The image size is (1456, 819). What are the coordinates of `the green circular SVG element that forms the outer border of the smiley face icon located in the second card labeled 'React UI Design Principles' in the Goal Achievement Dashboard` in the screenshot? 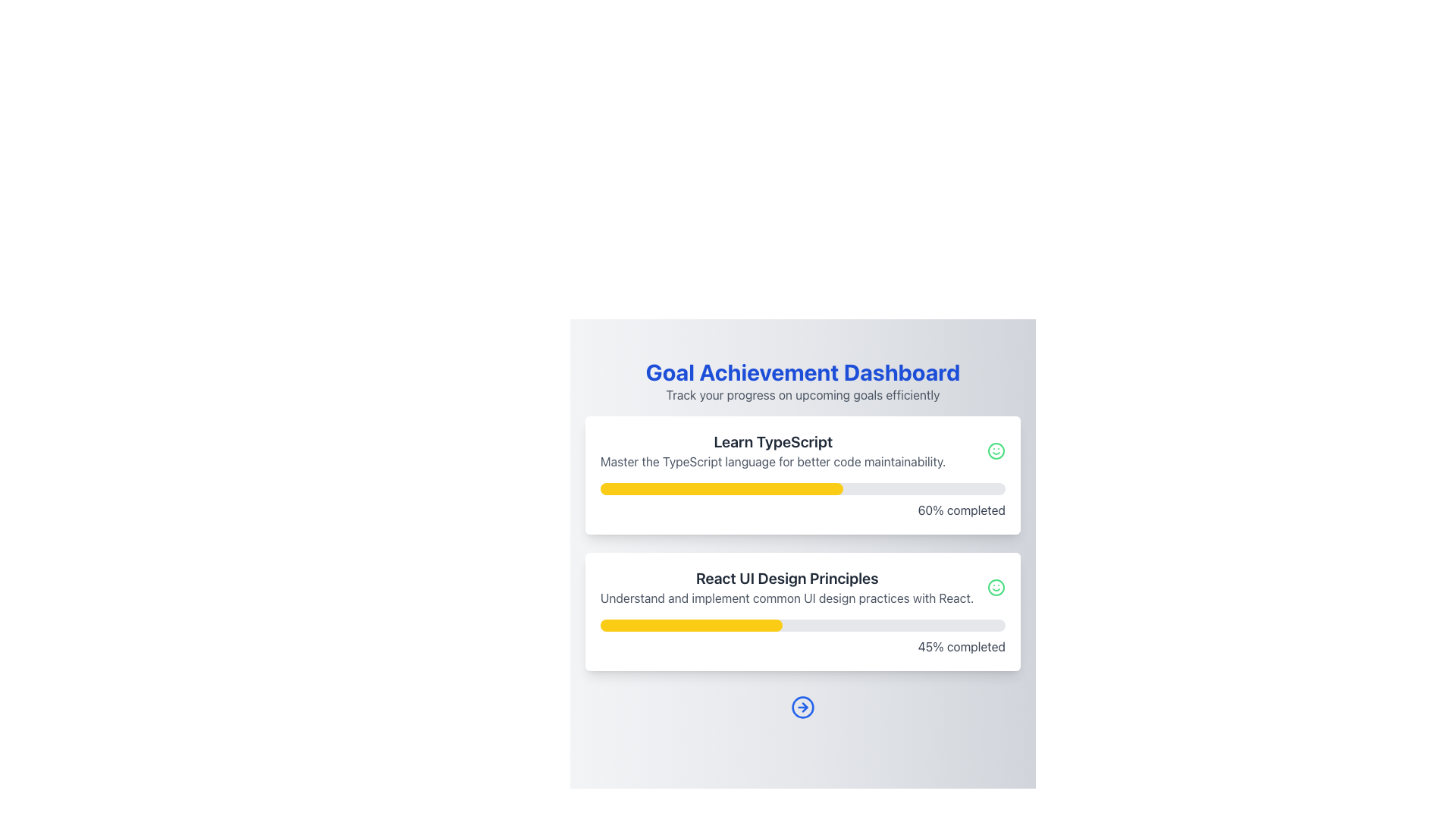 It's located at (996, 587).